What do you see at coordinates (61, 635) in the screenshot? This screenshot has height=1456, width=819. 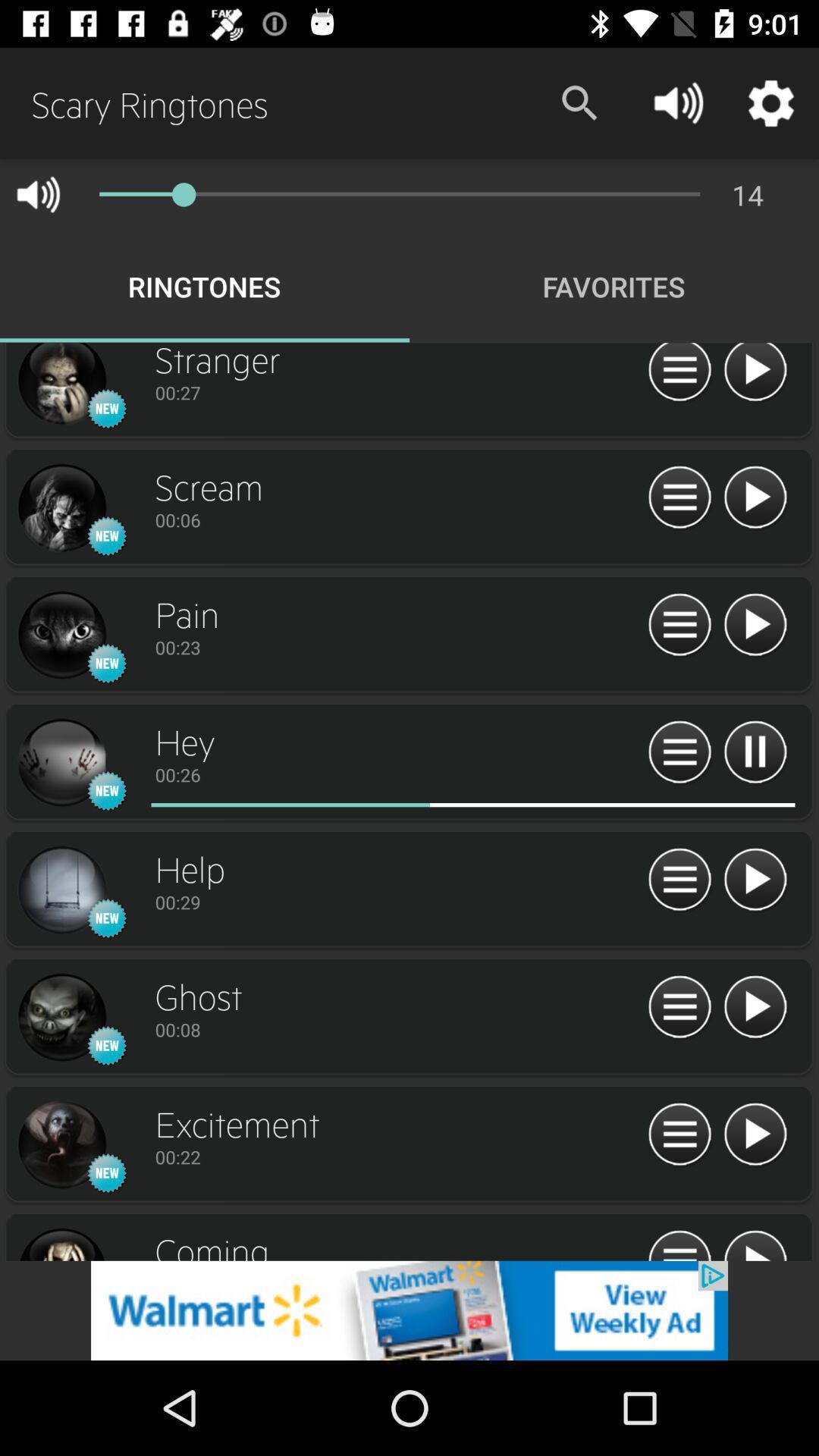 I see `line` at bounding box center [61, 635].